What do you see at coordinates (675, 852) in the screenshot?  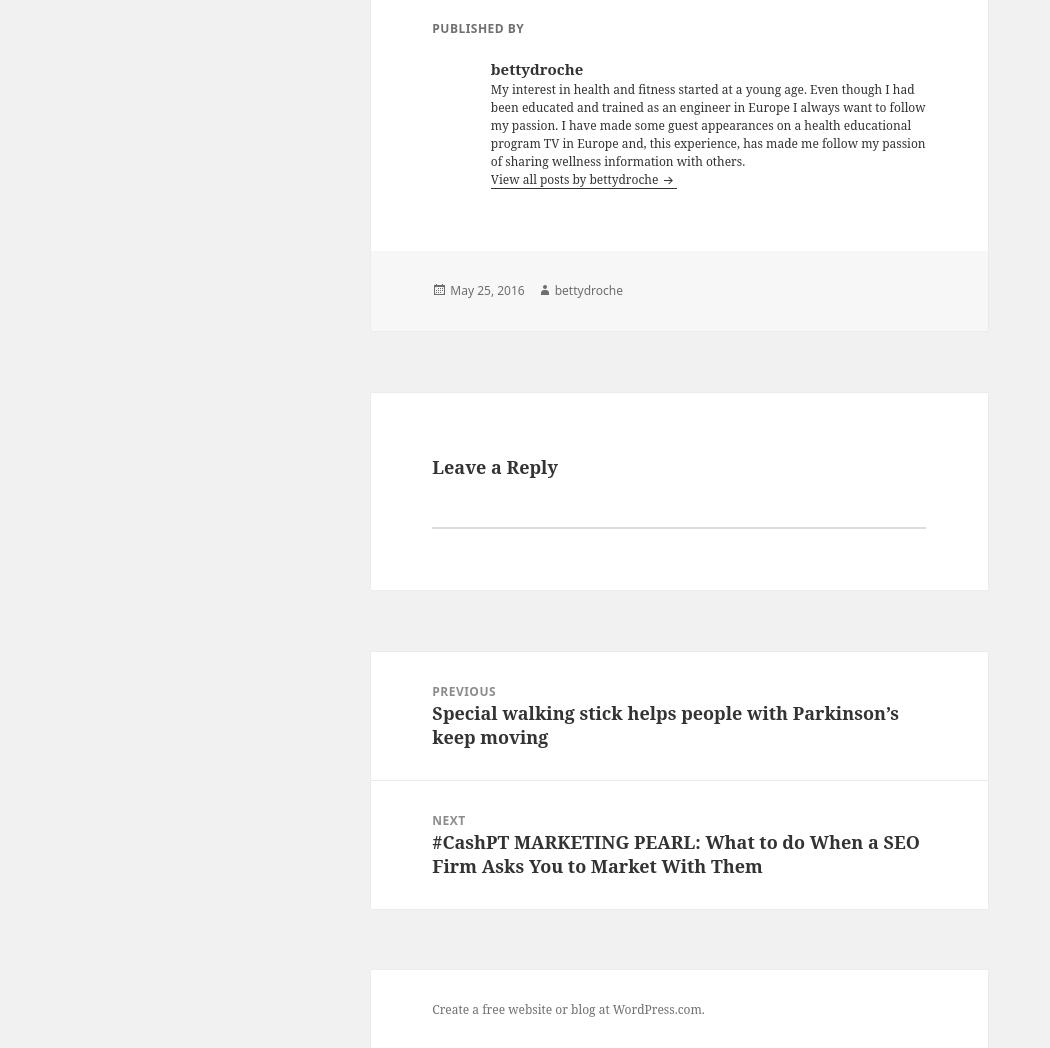 I see `'#CashPT MARKETING PEARL: What to do When a SEO Firm Asks You to Market With Them'` at bounding box center [675, 852].